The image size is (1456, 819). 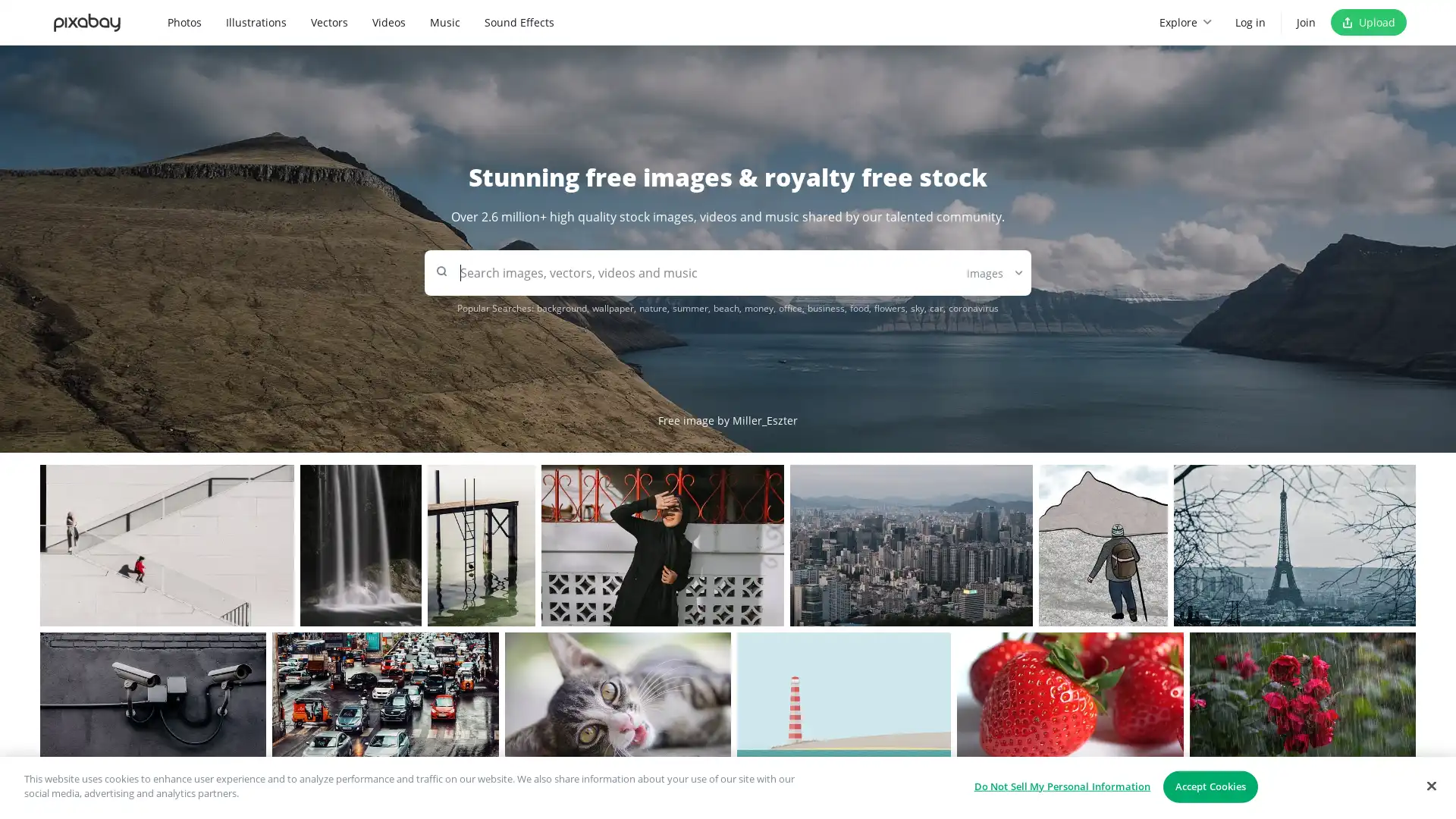 I want to click on Images, so click(x=994, y=271).